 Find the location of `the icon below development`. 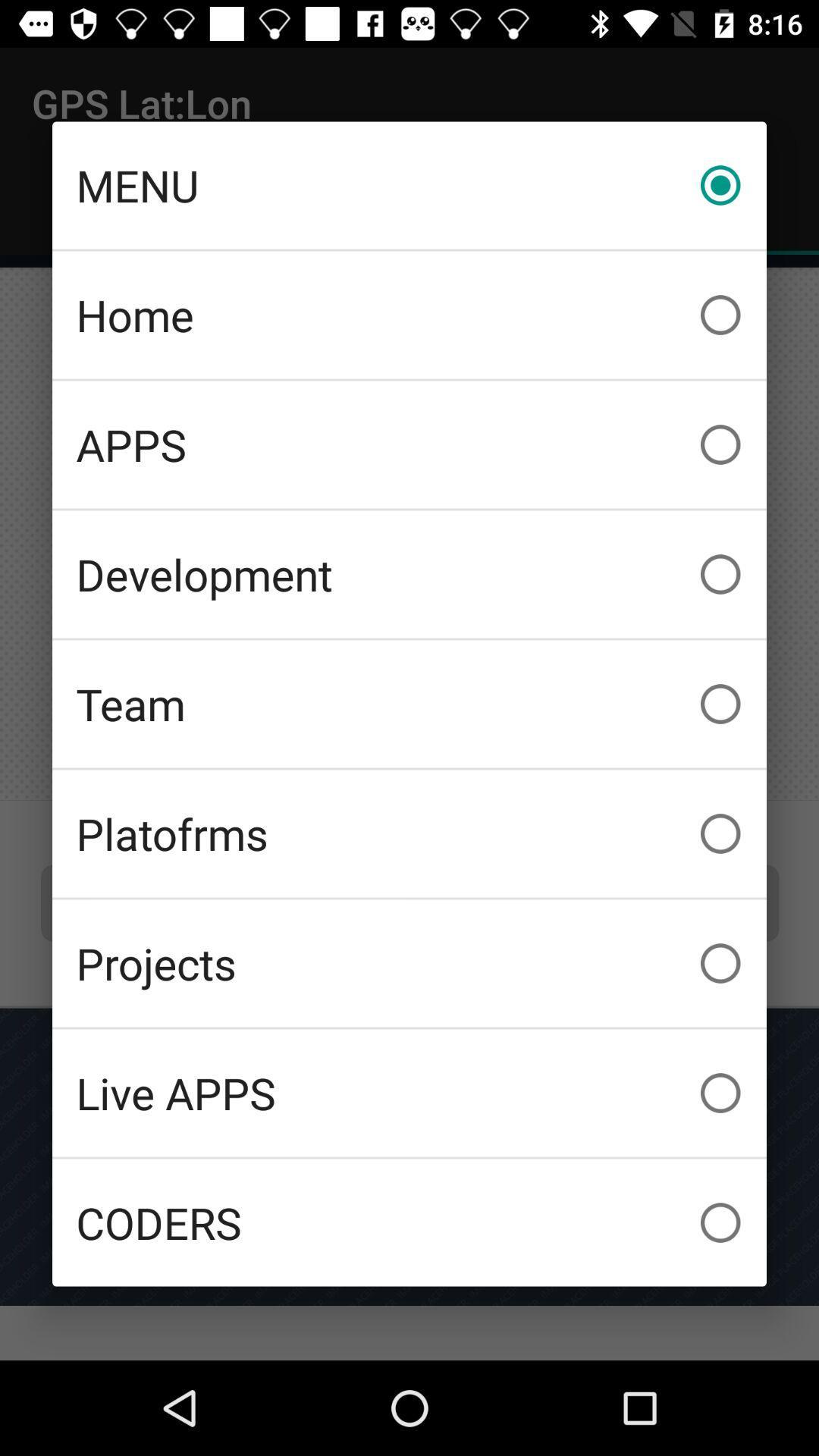

the icon below development is located at coordinates (409, 703).